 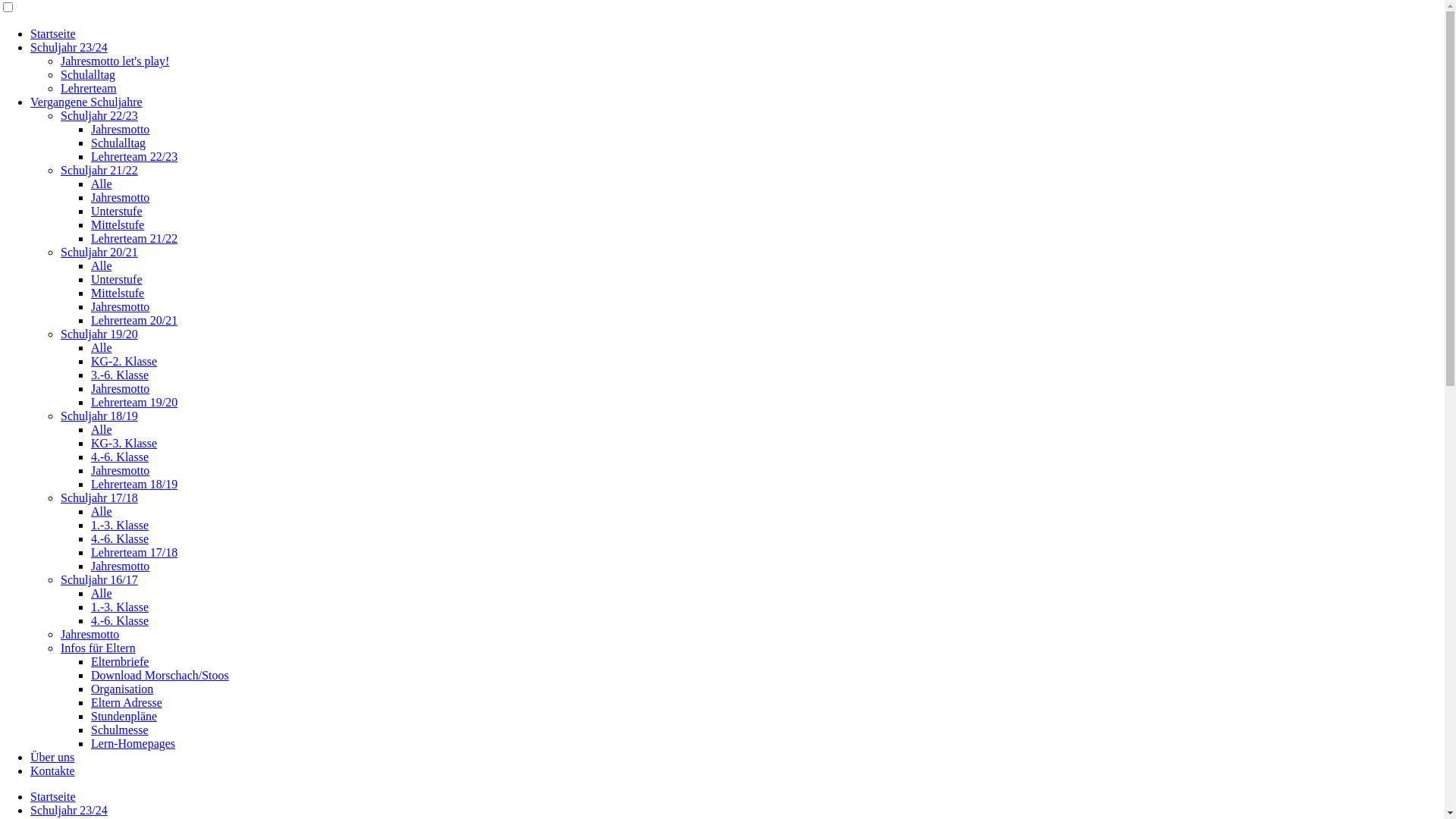 What do you see at coordinates (61, 333) in the screenshot?
I see `'Schuljahr 19/20'` at bounding box center [61, 333].